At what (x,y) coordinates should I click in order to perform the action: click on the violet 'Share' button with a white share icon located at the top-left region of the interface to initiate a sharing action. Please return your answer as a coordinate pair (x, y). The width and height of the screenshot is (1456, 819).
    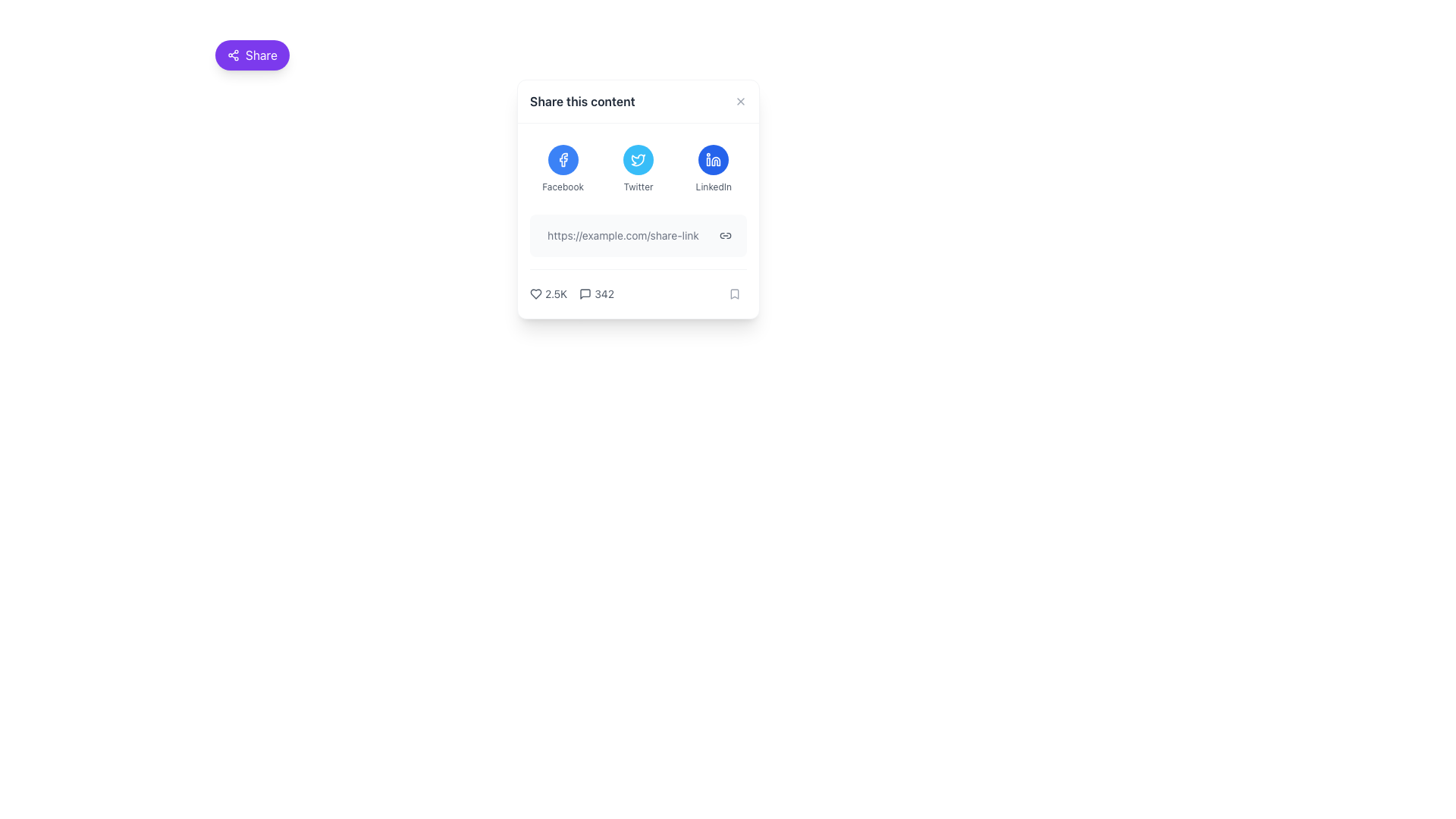
    Looking at the image, I should click on (252, 55).